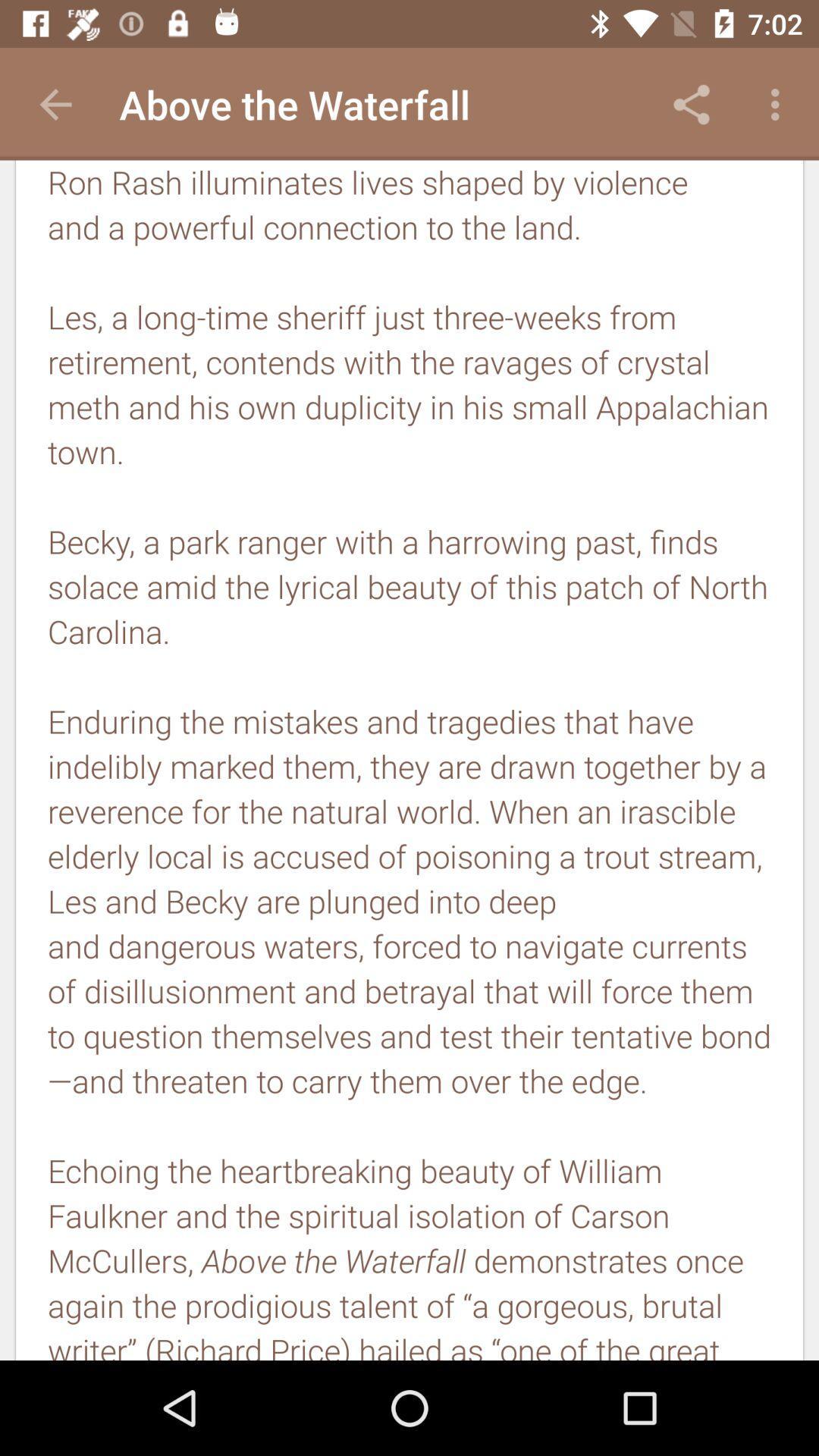  Describe the element at coordinates (691, 104) in the screenshot. I see `app next to above the waterfall` at that location.